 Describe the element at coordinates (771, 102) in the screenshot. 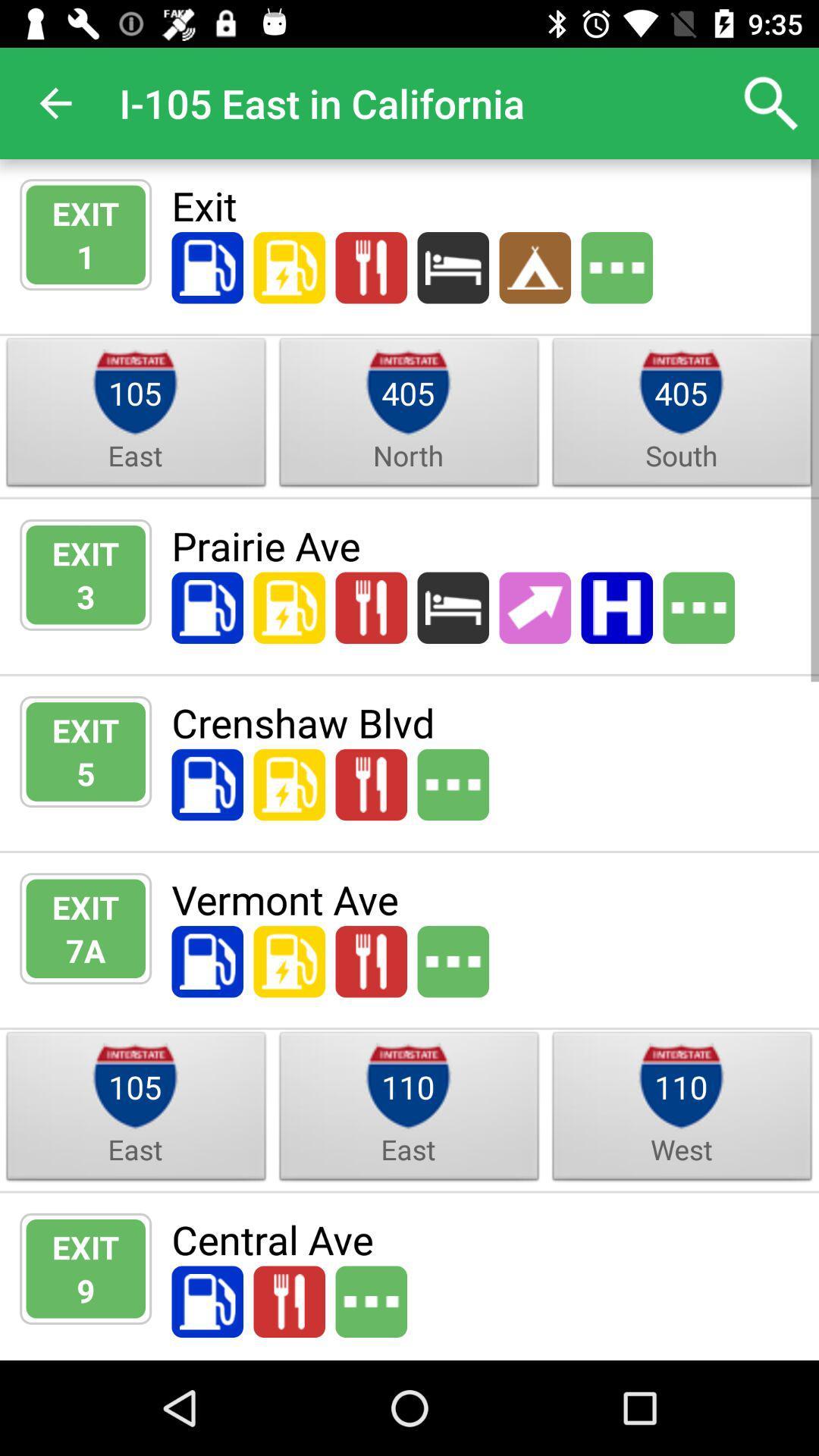

I see `icon next to i 105 east app` at that location.